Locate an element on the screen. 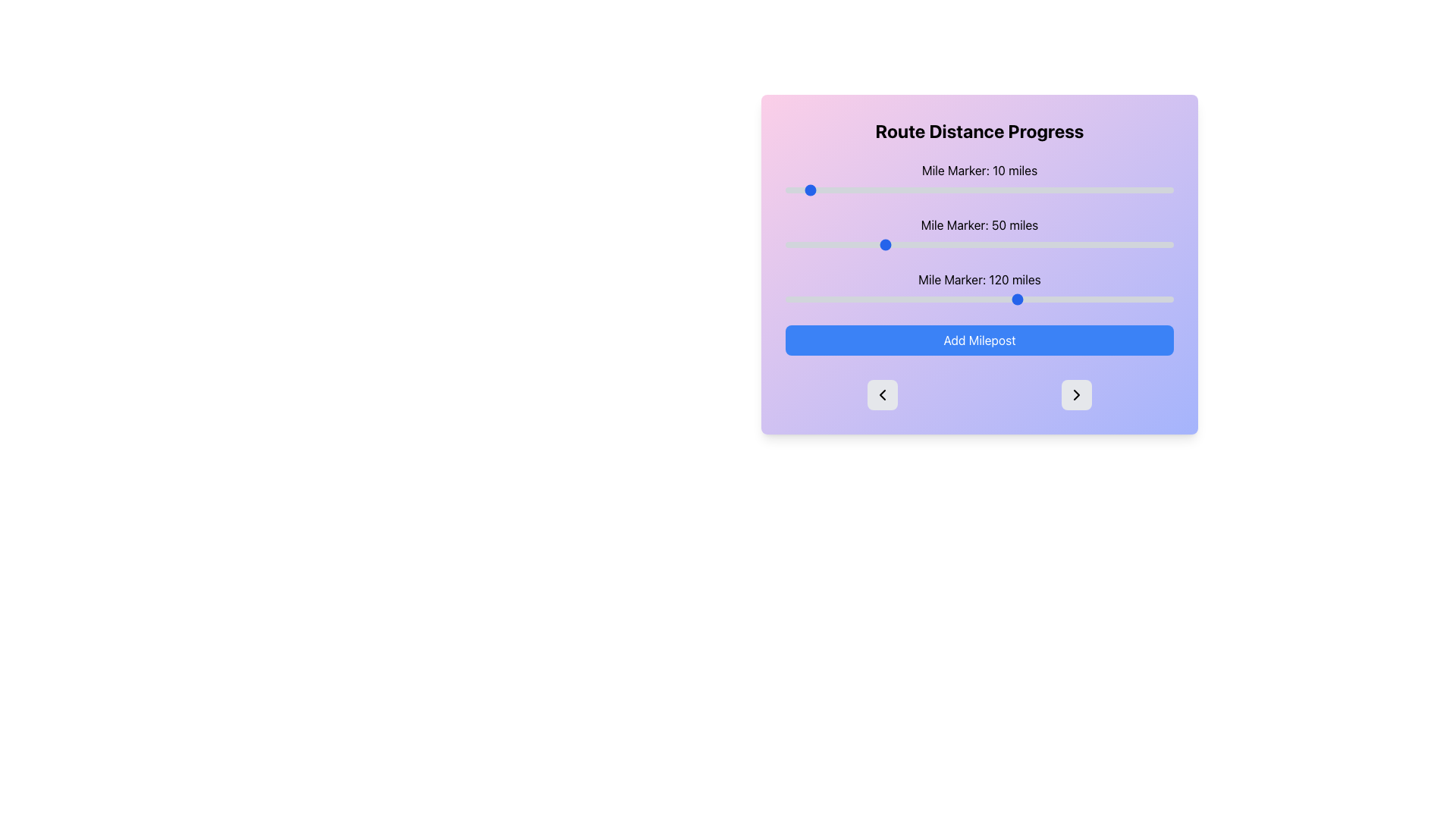 The width and height of the screenshot is (1456, 819). the mile marker is located at coordinates (1053, 299).